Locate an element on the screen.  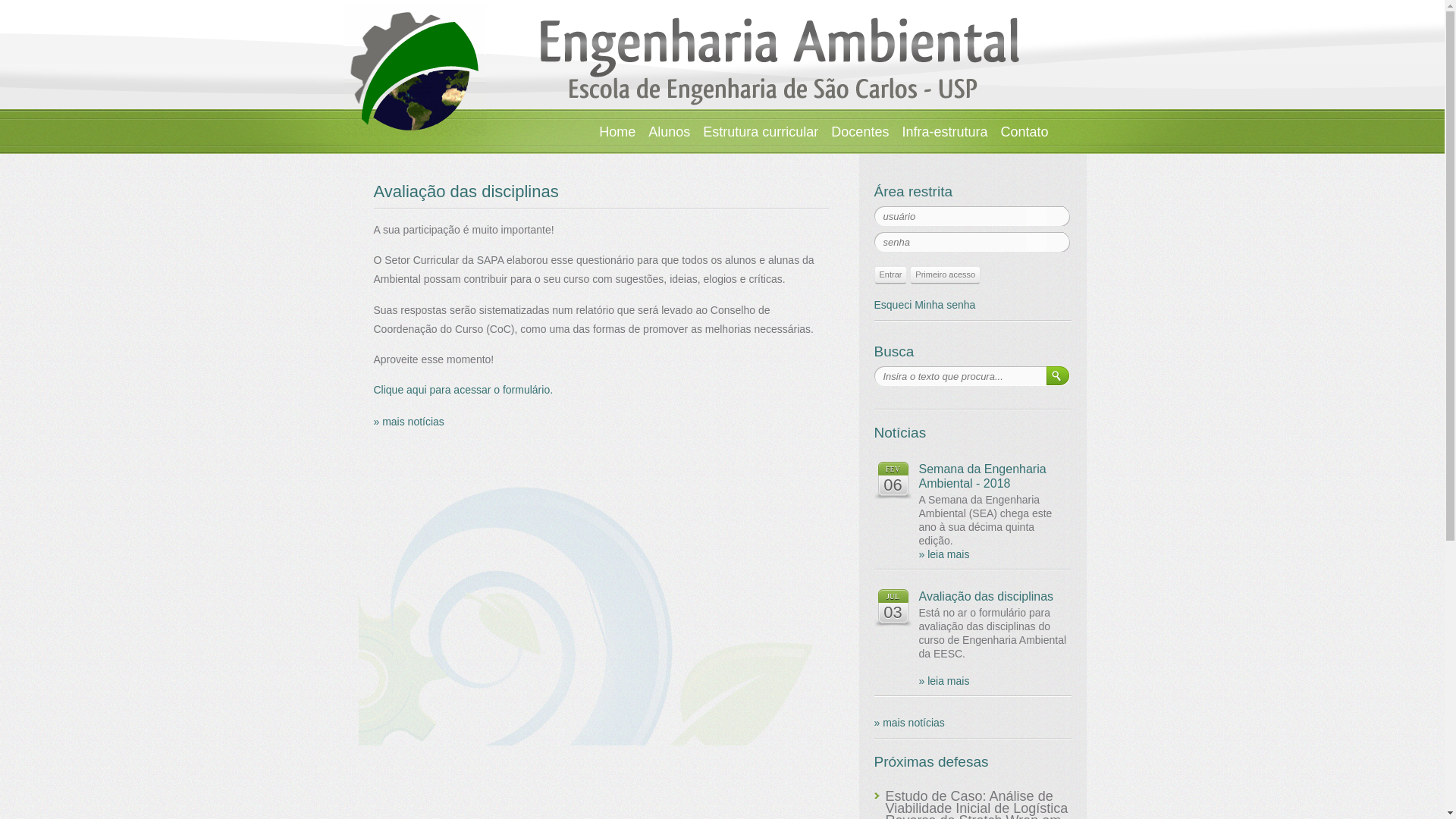
'Alunos' is located at coordinates (668, 130).